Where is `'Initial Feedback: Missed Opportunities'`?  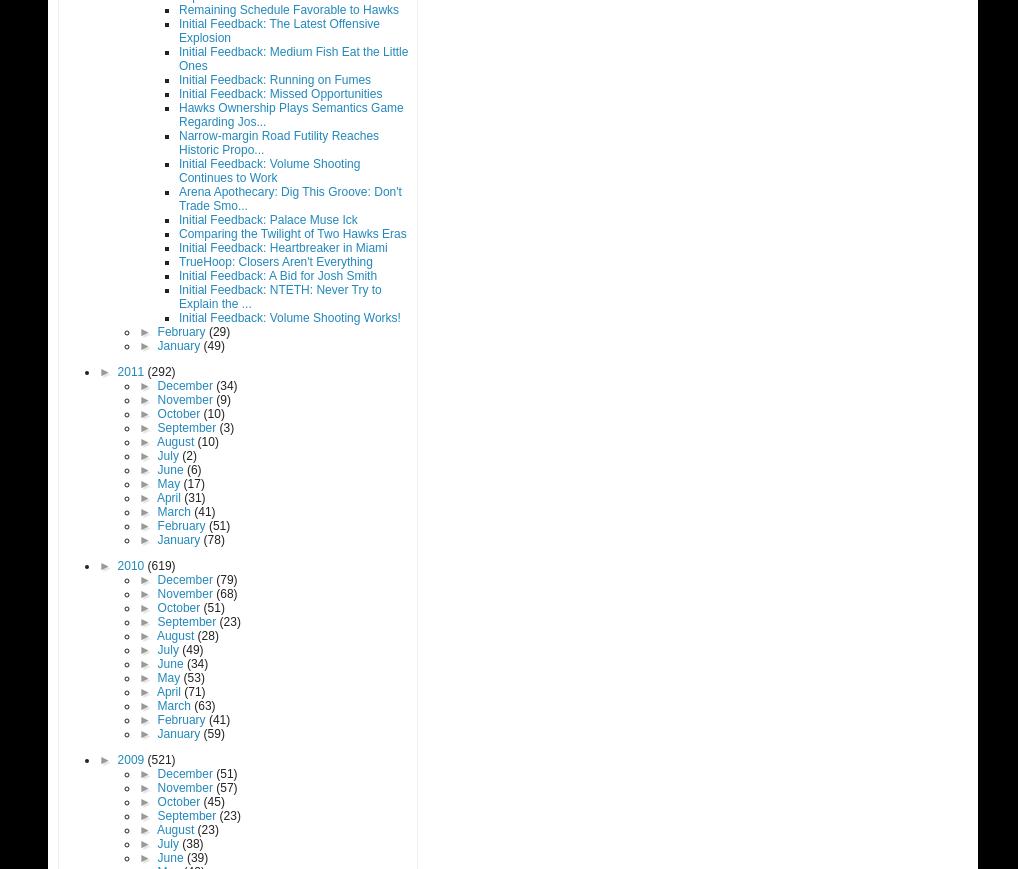
'Initial Feedback: Missed Opportunities' is located at coordinates (280, 93).